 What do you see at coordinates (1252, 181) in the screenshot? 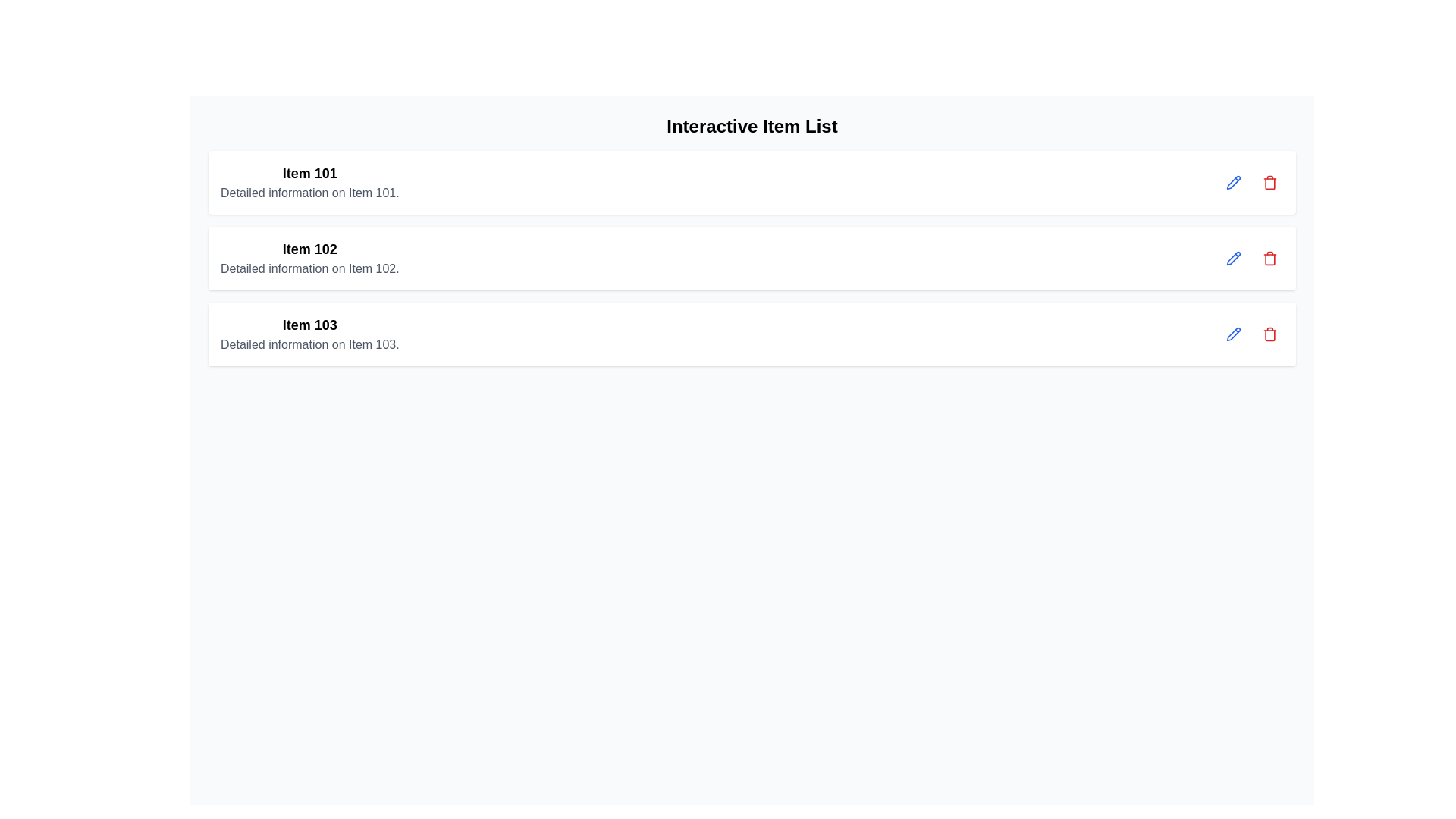
I see `the red trash bin icon in the Interactive buttons group` at bounding box center [1252, 181].